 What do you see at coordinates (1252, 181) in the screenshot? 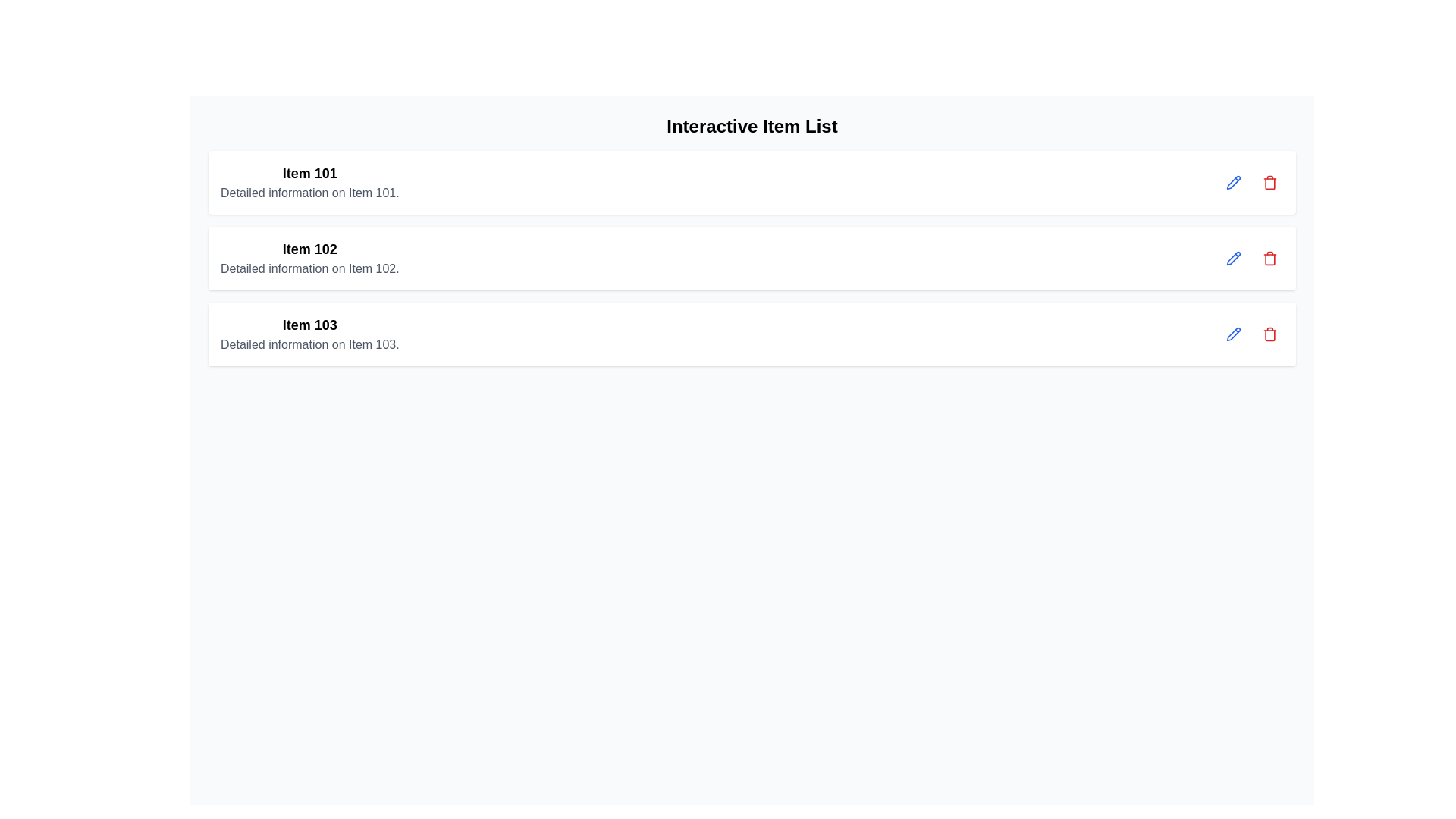
I see `the red trash bin icon in the Interactive buttons group` at bounding box center [1252, 181].